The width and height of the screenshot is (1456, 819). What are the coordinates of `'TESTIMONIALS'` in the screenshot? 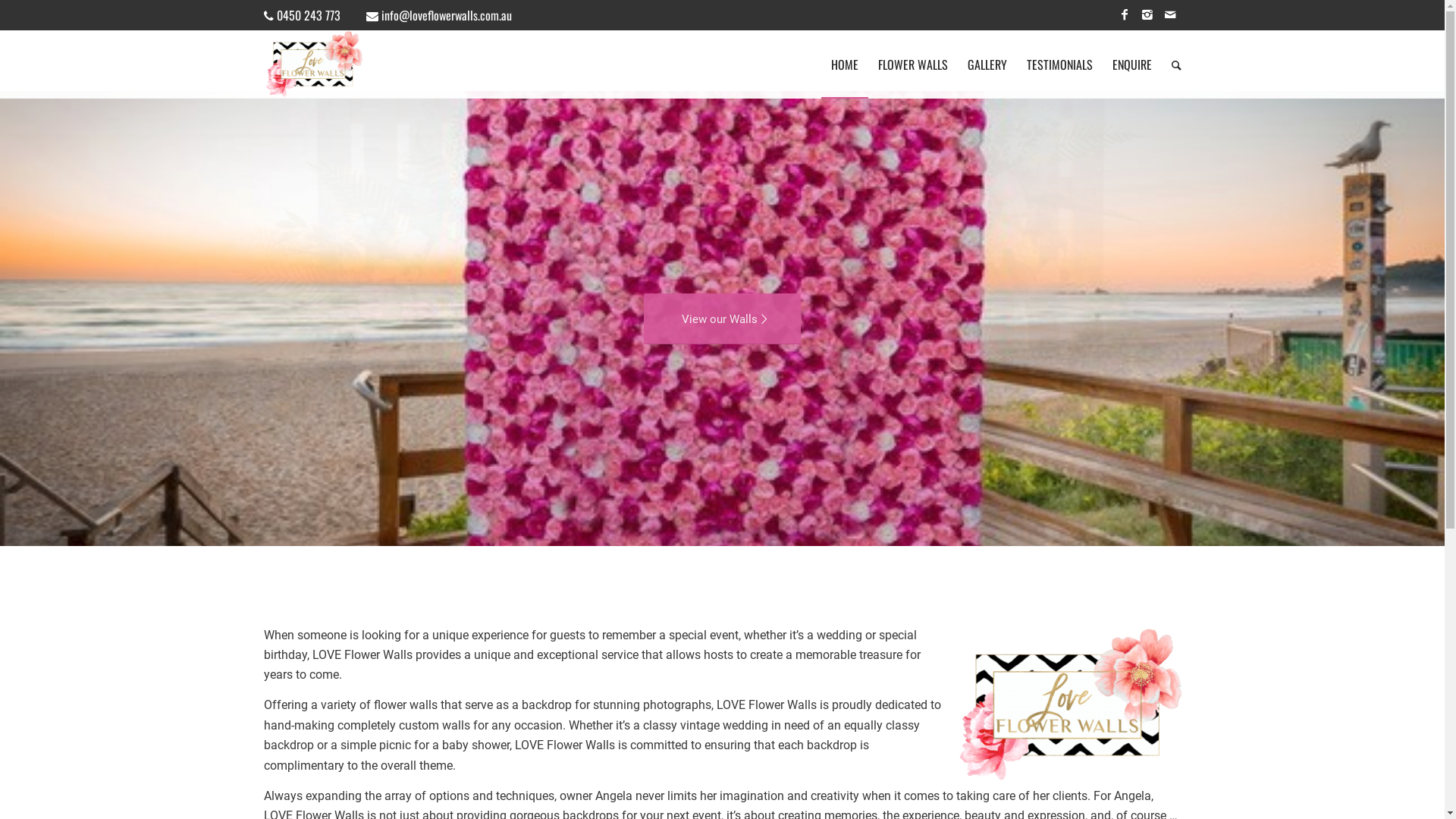 It's located at (1058, 63).